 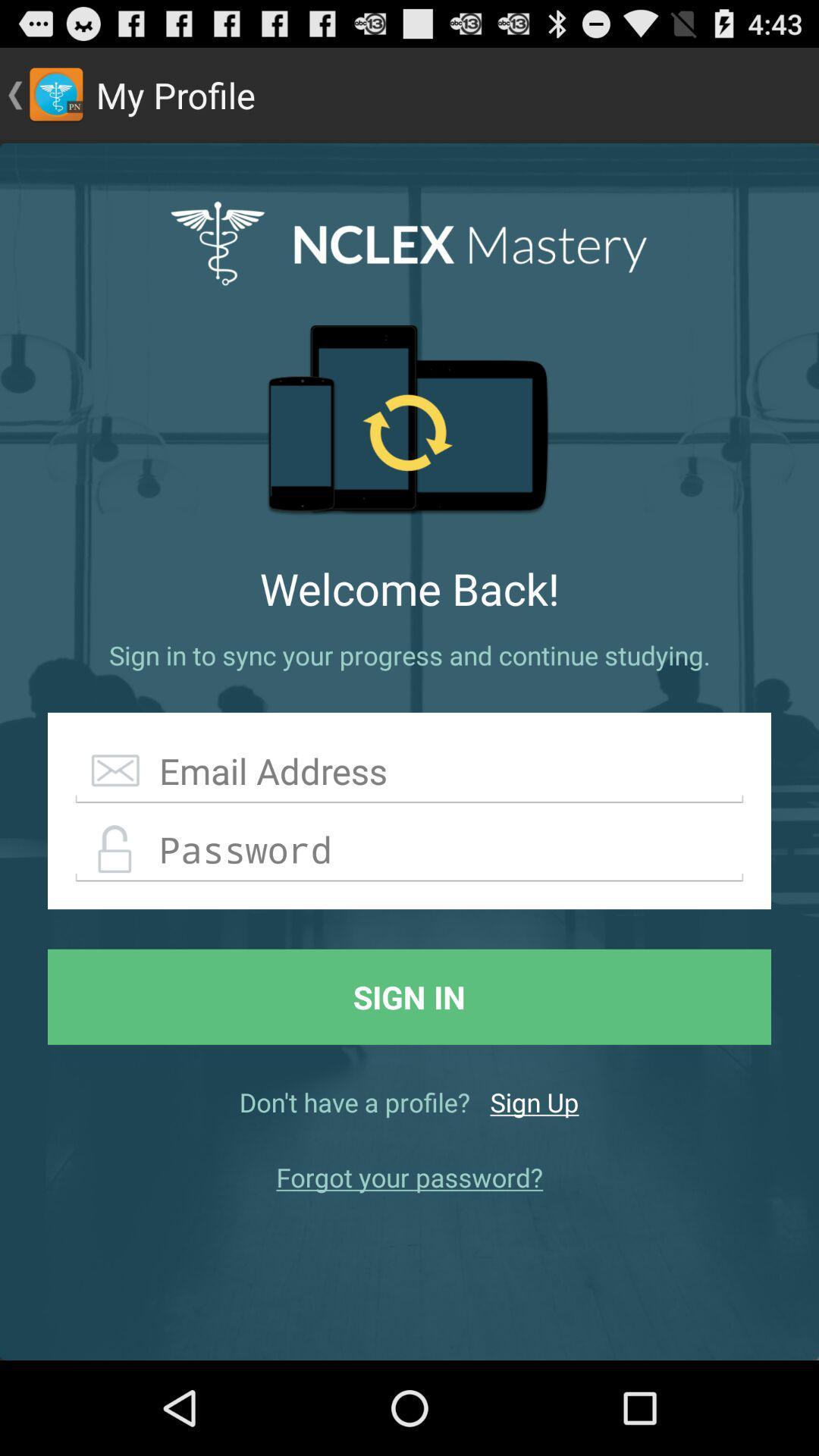 What do you see at coordinates (409, 771) in the screenshot?
I see `email address here` at bounding box center [409, 771].